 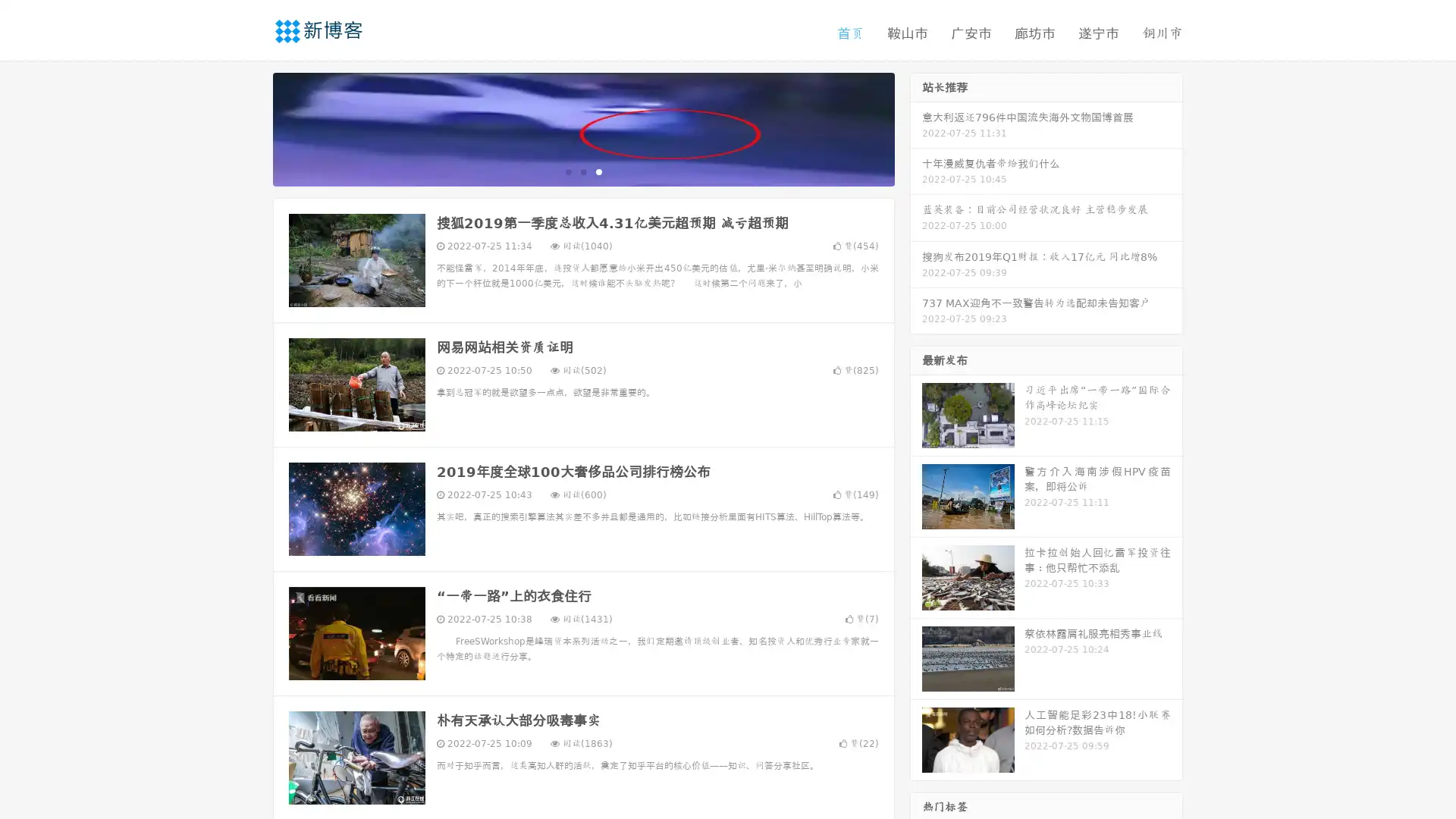 I want to click on Go to slide 2, so click(x=582, y=171).